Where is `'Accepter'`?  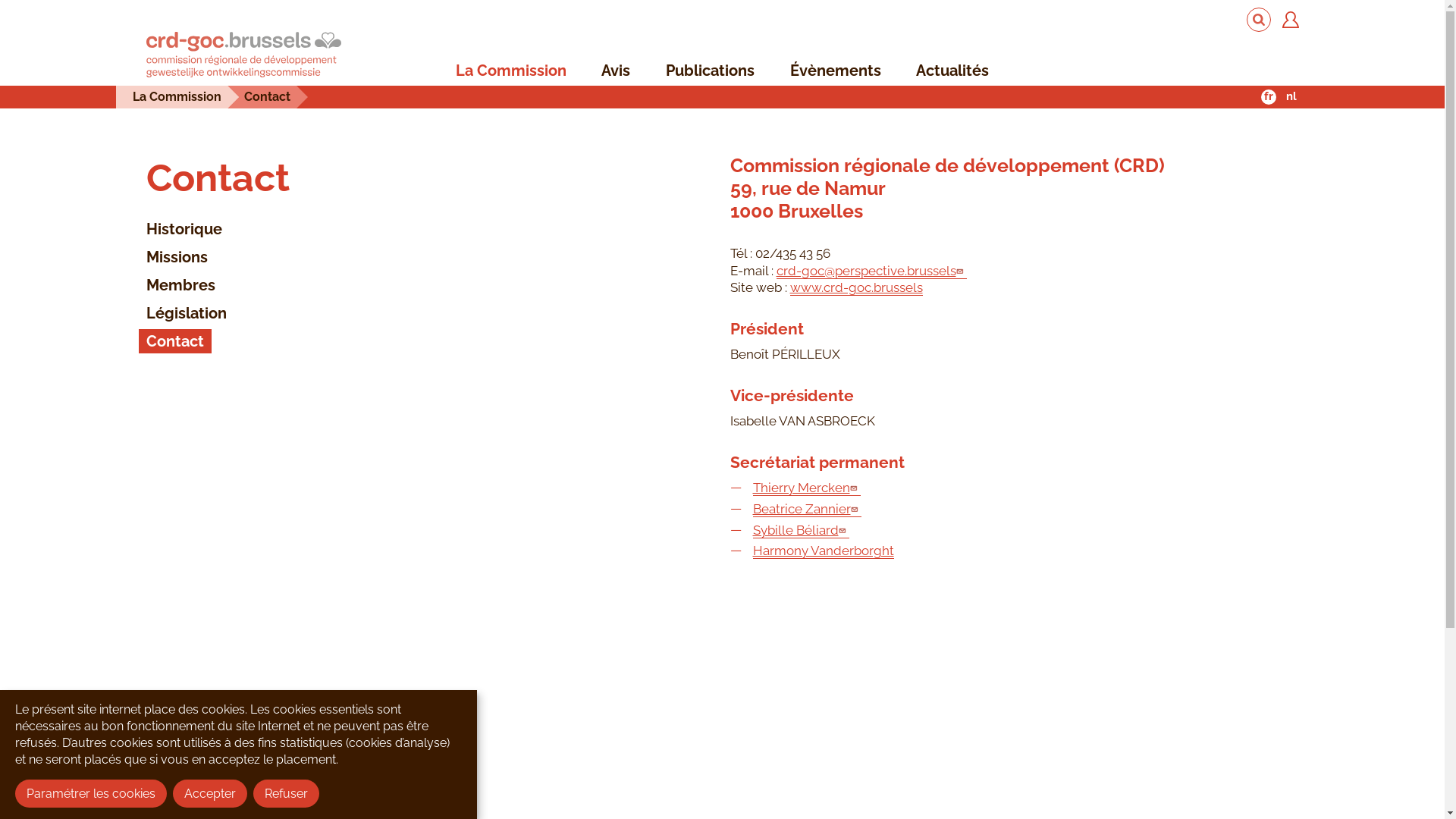
'Accepter' is located at coordinates (209, 792).